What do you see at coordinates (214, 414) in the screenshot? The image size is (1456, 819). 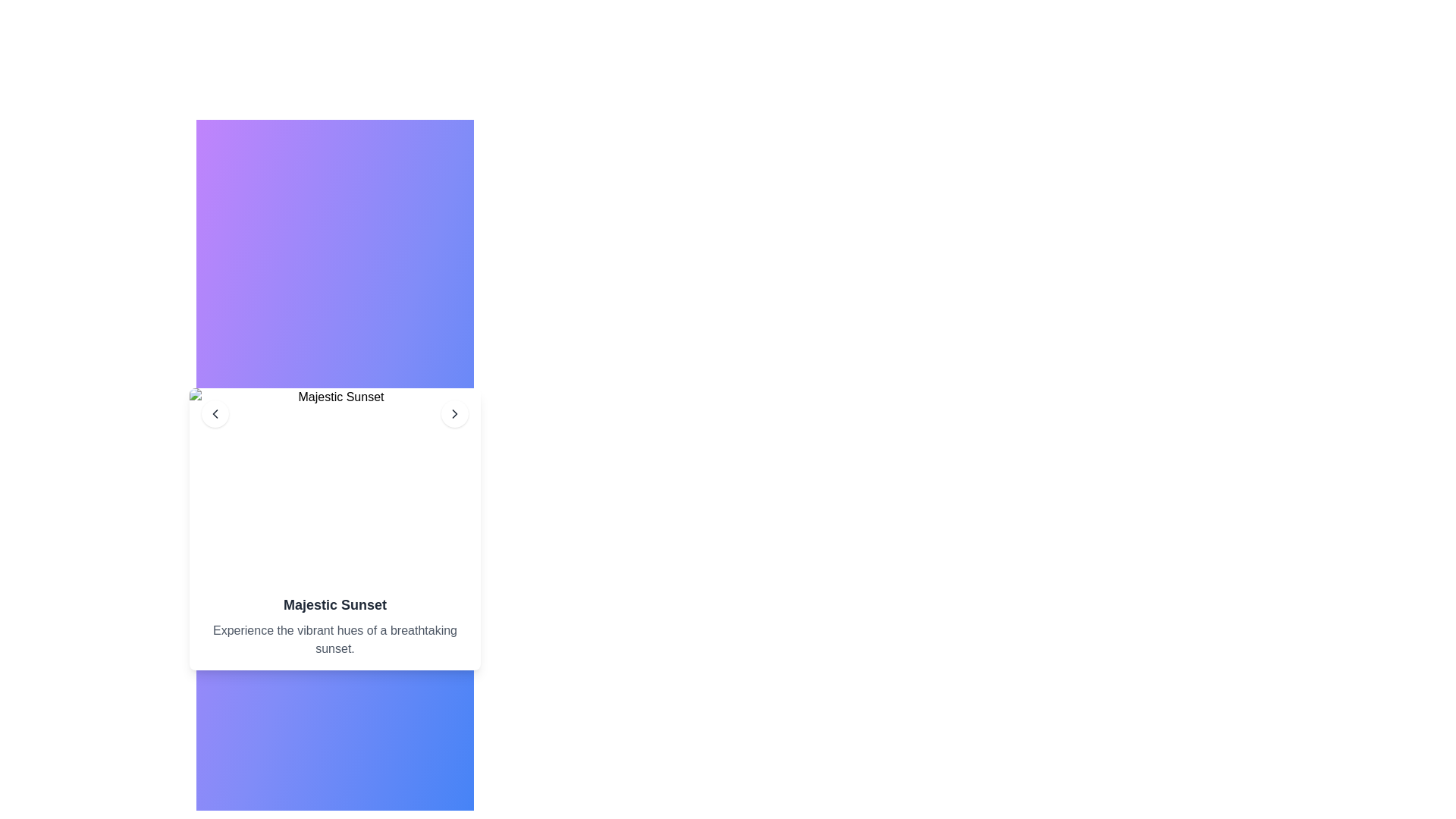 I see `the left-pointing chevron arrow icon with a gray circular background, located to the left of the 'Majestic Sunset' title text in the card header` at bounding box center [214, 414].